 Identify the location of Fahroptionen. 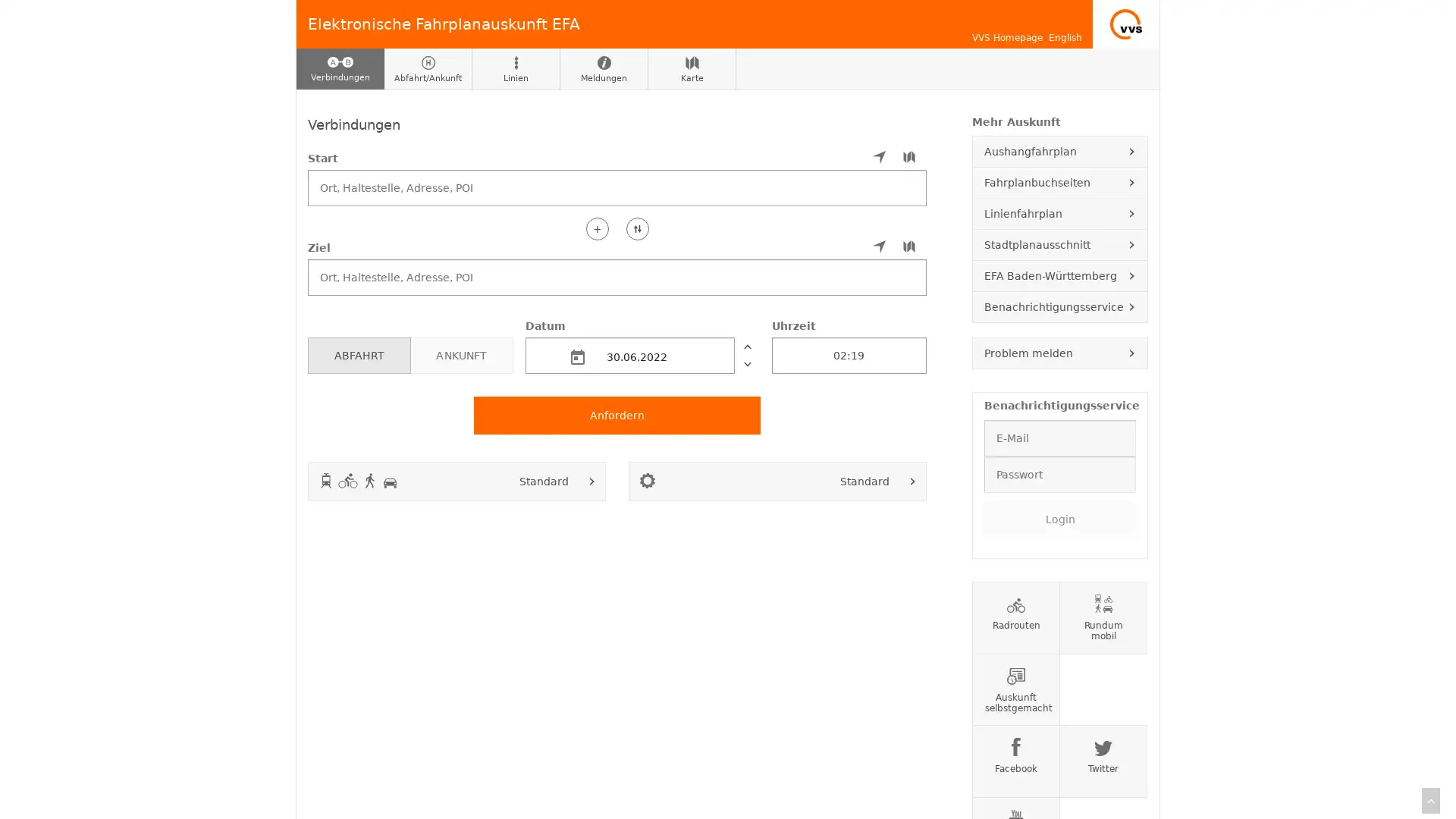
(912, 480).